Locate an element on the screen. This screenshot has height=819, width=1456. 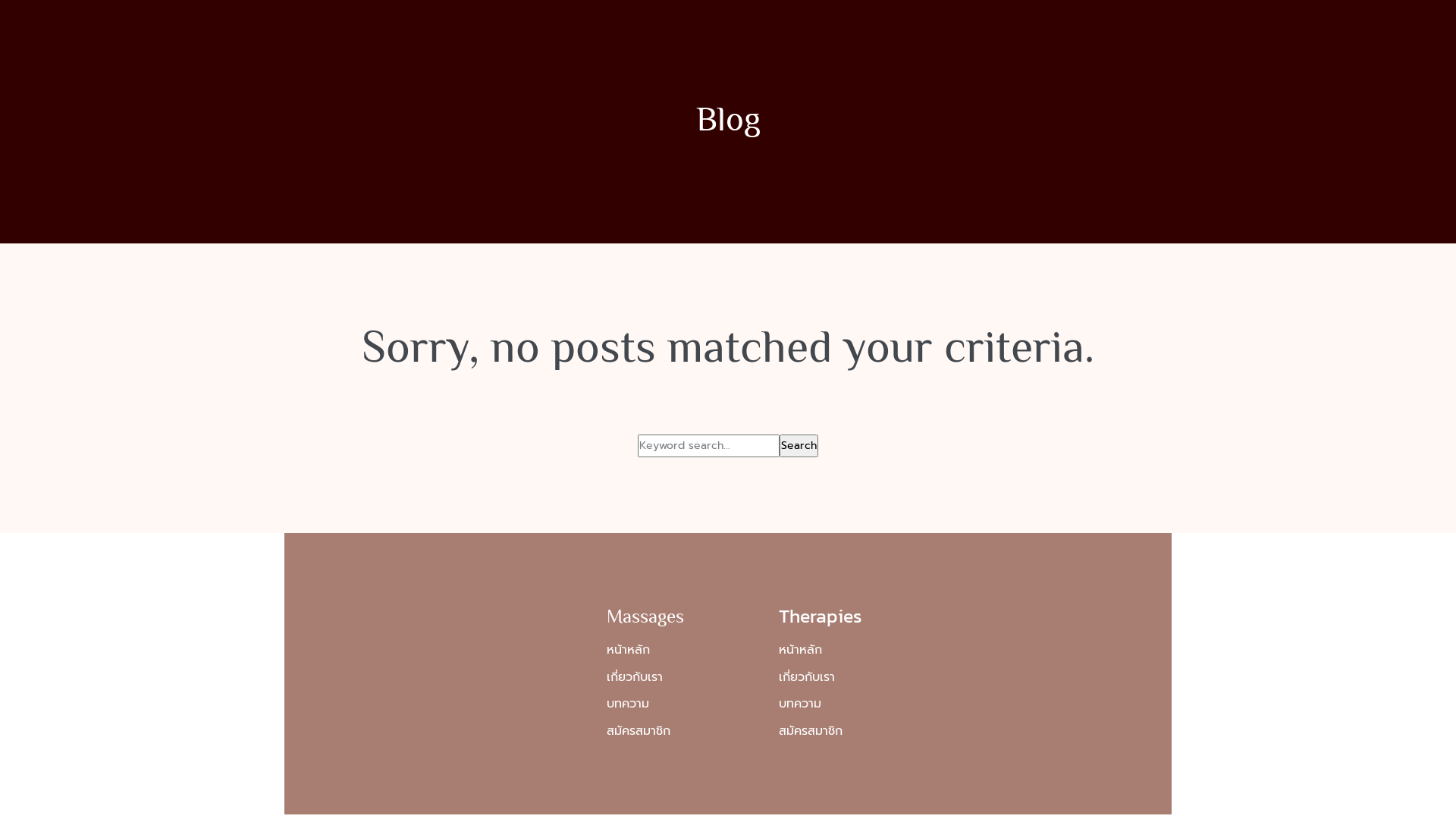
'Search' is located at coordinates (798, 444).